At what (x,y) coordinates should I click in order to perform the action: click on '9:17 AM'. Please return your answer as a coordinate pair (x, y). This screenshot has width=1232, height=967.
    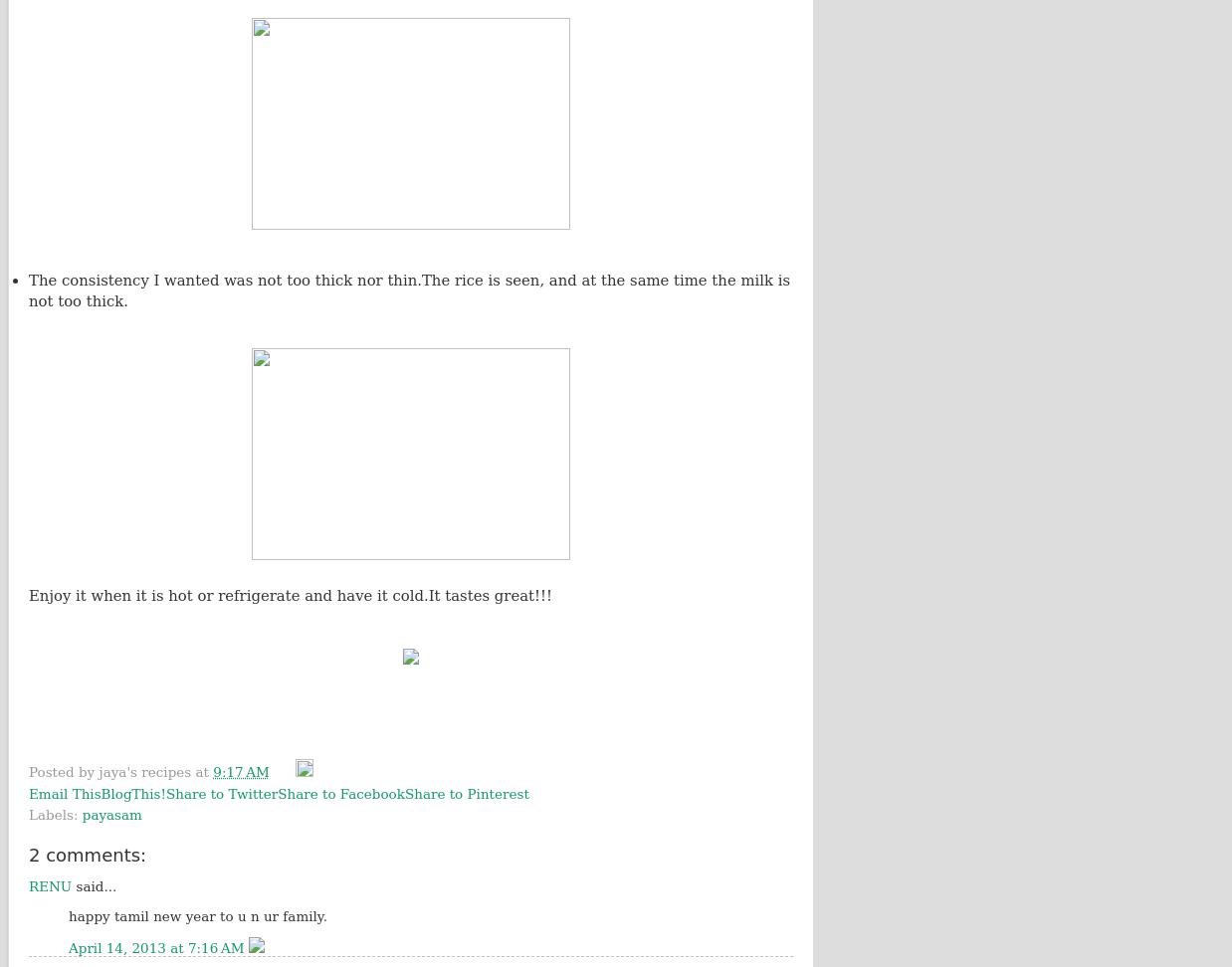
    Looking at the image, I should click on (240, 772).